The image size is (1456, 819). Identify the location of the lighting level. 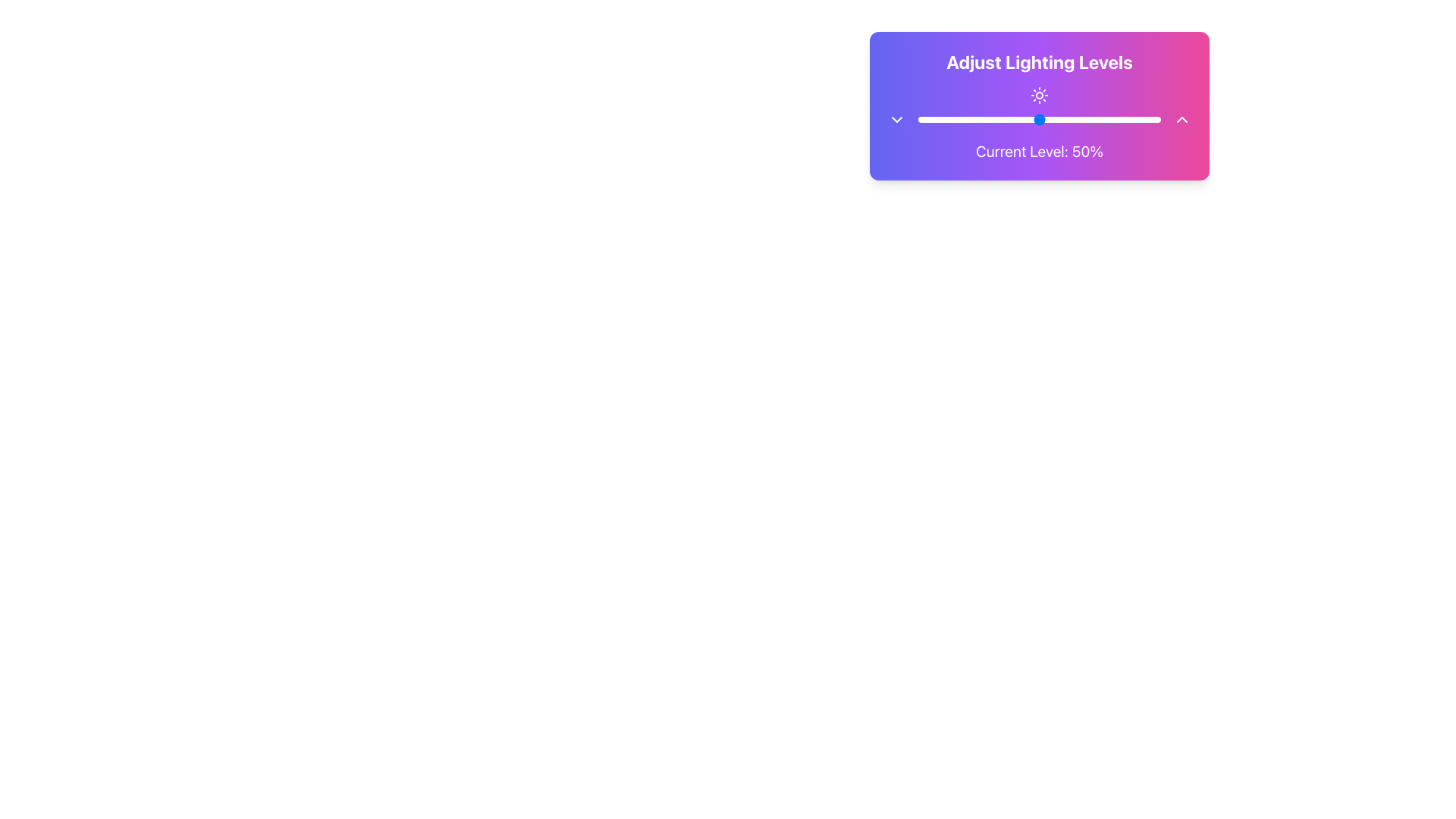
(981, 119).